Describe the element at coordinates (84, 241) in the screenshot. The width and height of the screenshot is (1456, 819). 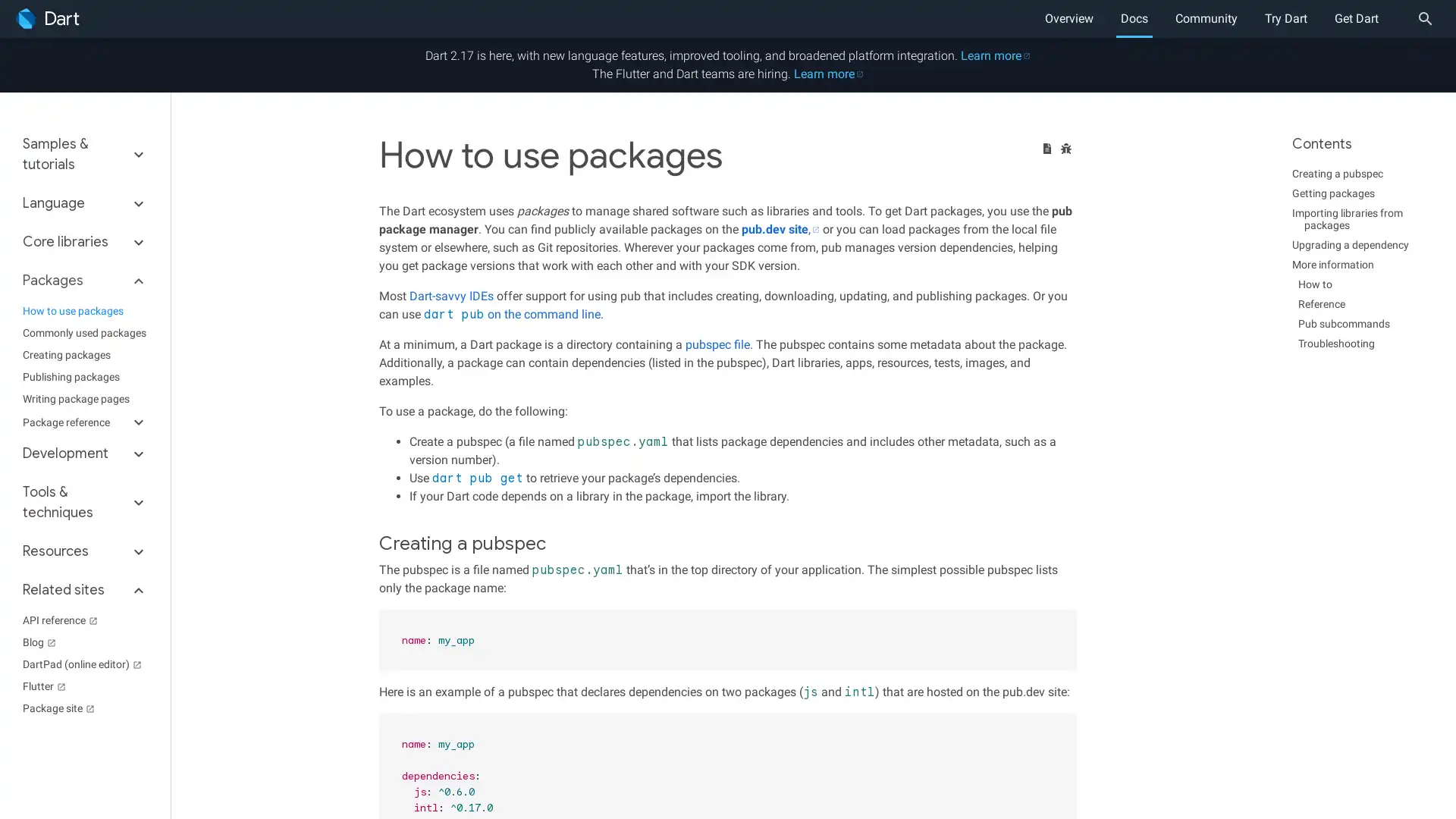
I see `Core libraries keyboard_arrow_down` at that location.